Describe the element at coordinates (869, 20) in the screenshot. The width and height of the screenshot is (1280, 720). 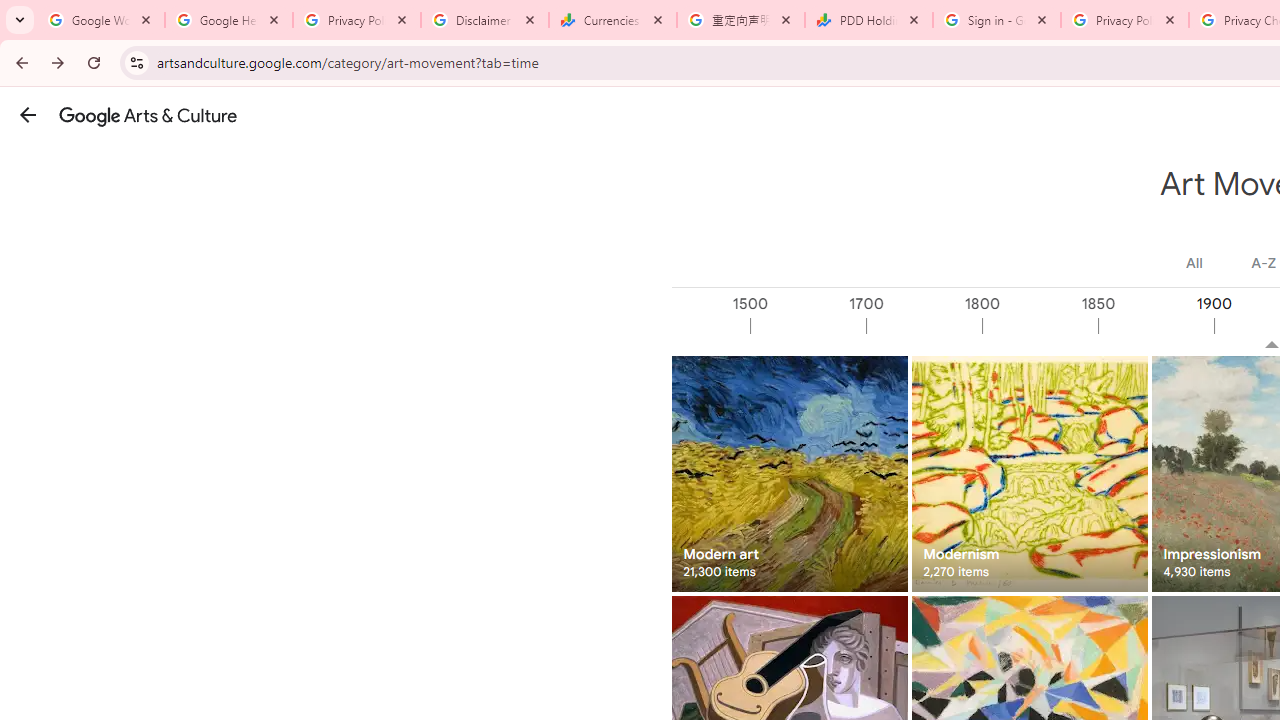
I see `'PDD Holdings Inc - ADR (PDD) Price & News - Google Finance'` at that location.